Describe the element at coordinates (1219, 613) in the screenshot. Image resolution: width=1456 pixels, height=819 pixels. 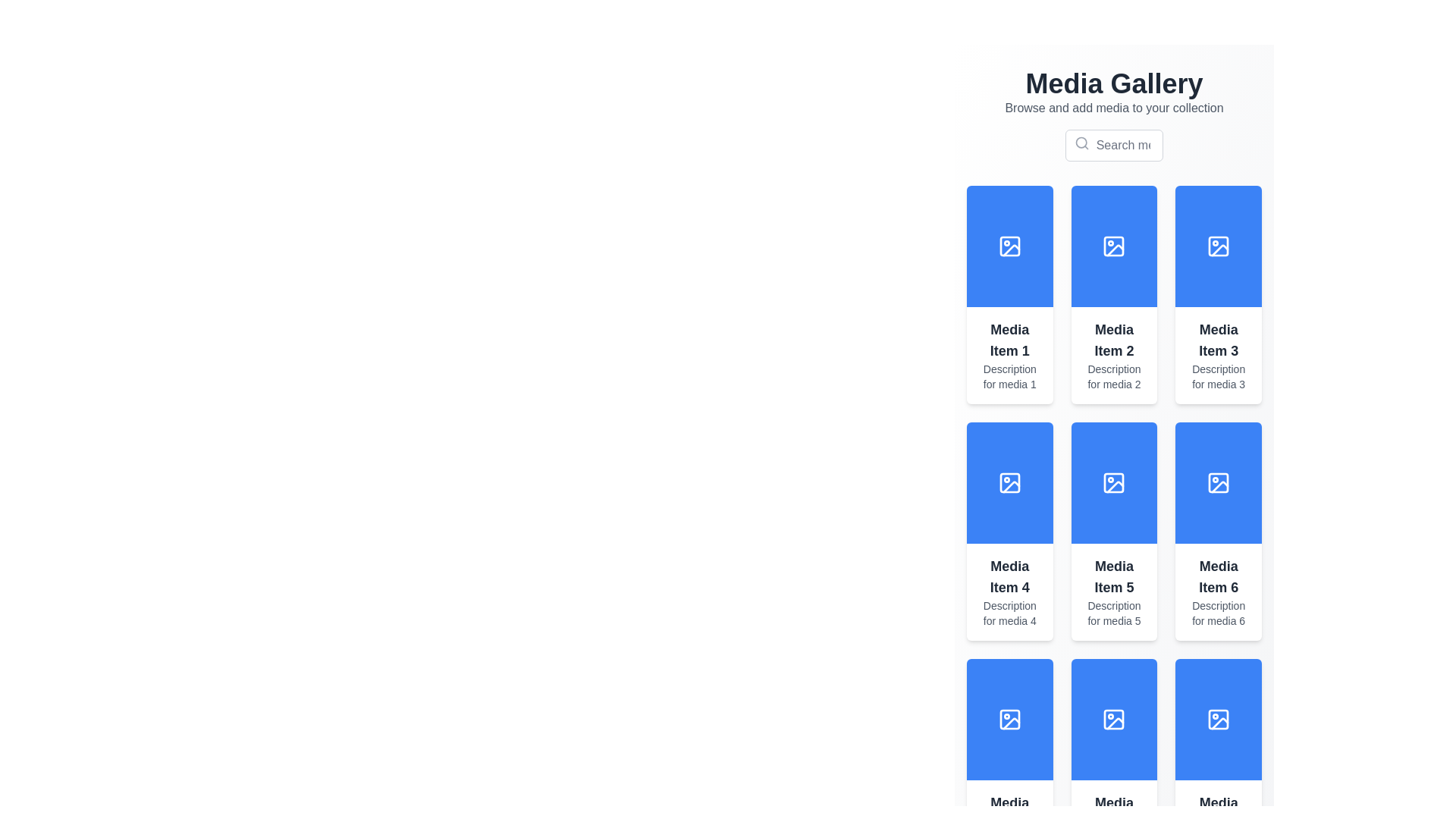
I see `the descriptive text for 'Media Item 6' located in the second line of the card, directly below its title, for copying` at that location.